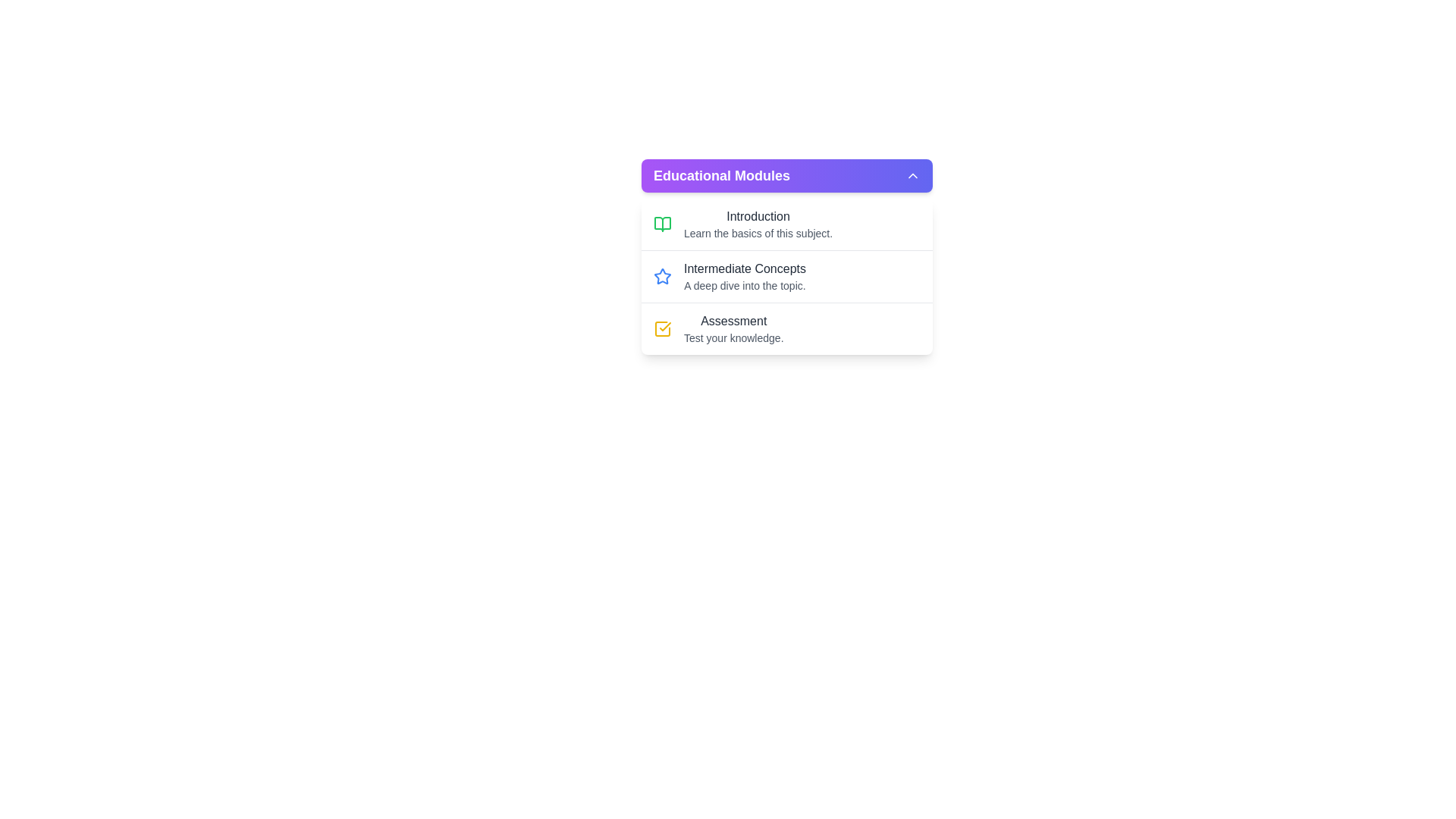 The height and width of the screenshot is (819, 1456). What do you see at coordinates (745, 286) in the screenshot?
I see `text label that displays 'A deep dive into the topic.' located under the 'Intermediate Concepts' heading in the 'Educational Modules' section` at bounding box center [745, 286].